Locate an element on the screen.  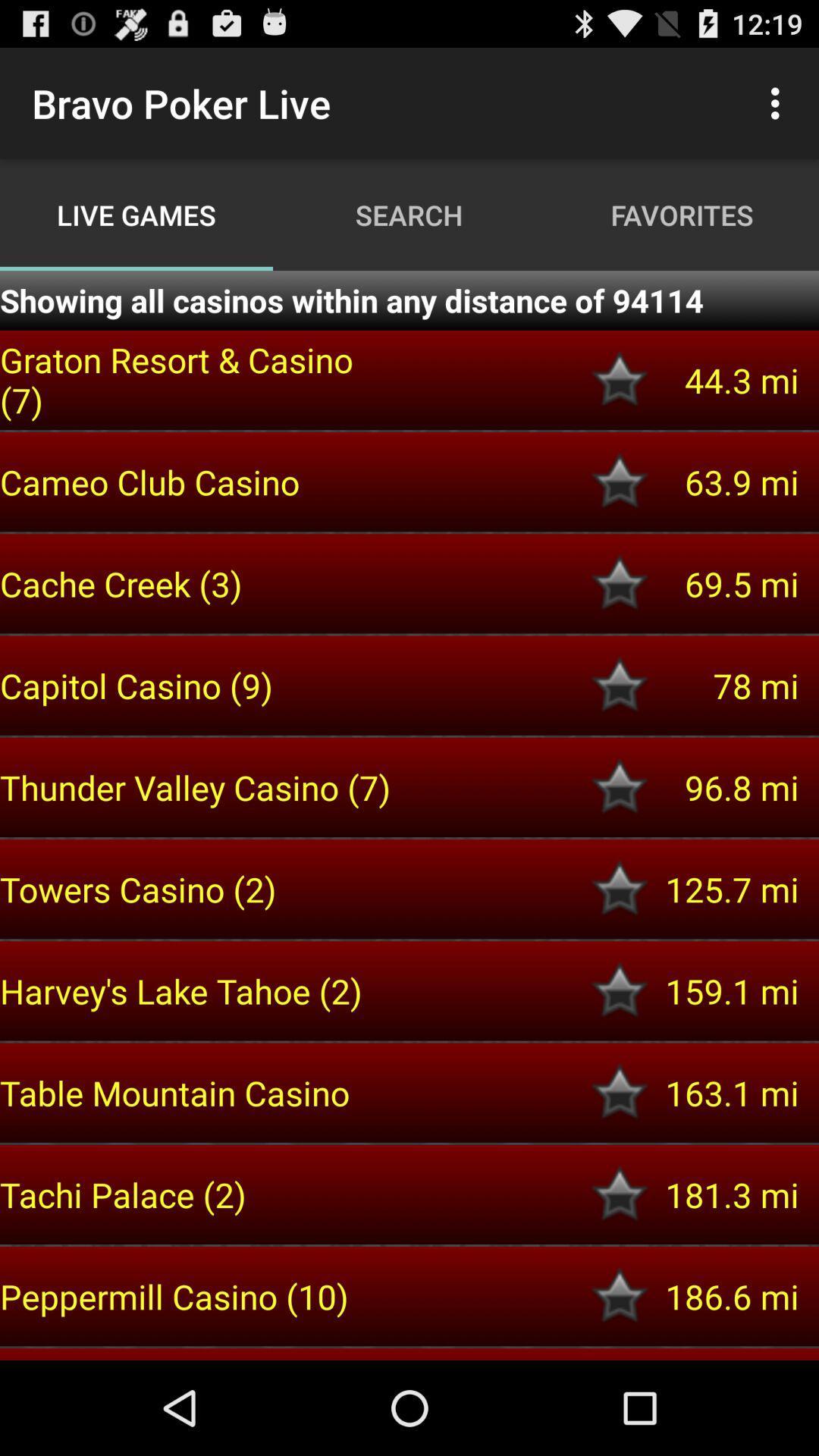
like button is located at coordinates (620, 582).